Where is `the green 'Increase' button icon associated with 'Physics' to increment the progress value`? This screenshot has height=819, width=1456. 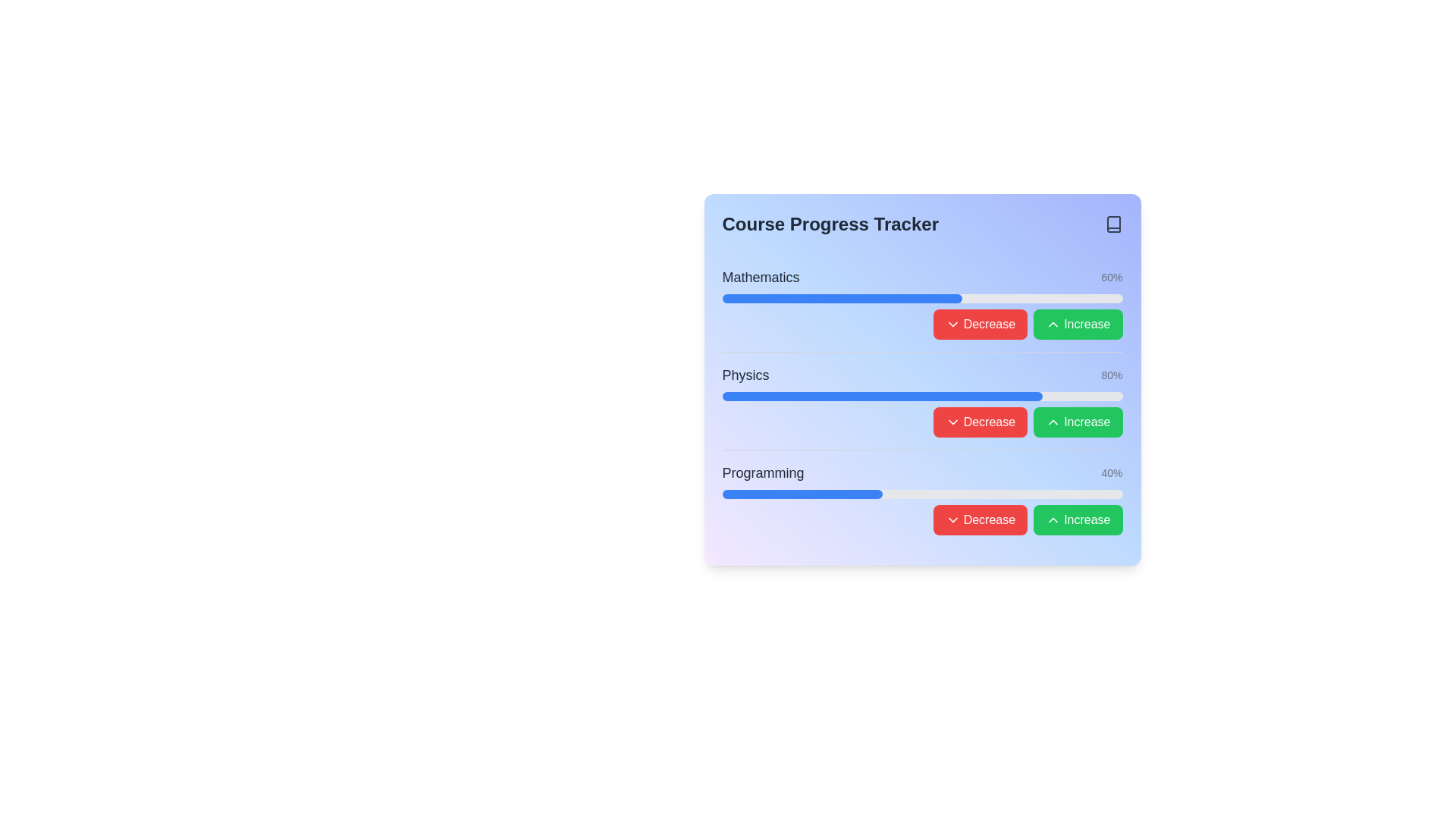
the green 'Increase' button icon associated with 'Physics' to increment the progress value is located at coordinates (1052, 422).